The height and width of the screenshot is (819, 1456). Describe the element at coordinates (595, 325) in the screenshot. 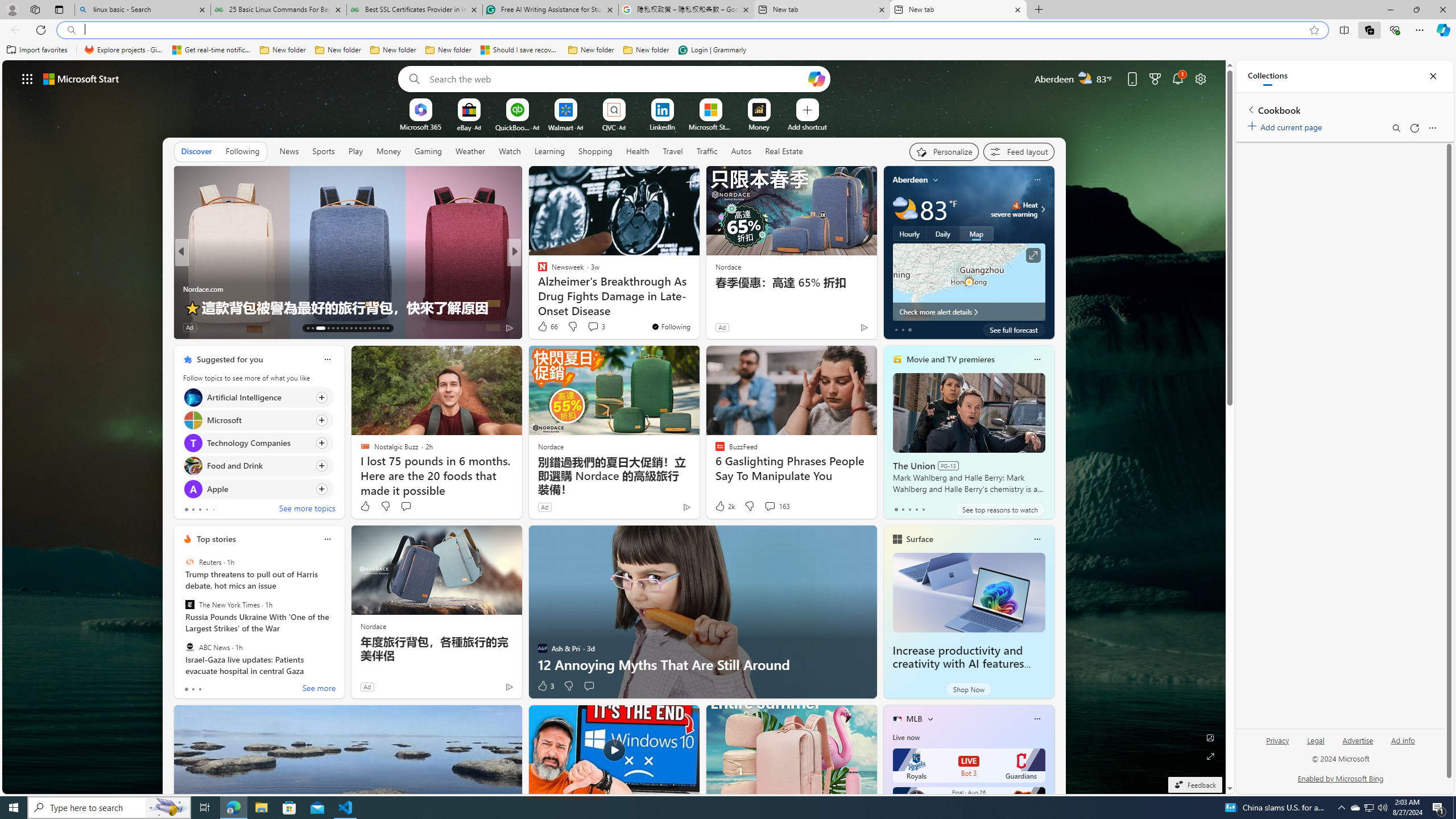

I see `'View comments 3 Comment'` at that location.